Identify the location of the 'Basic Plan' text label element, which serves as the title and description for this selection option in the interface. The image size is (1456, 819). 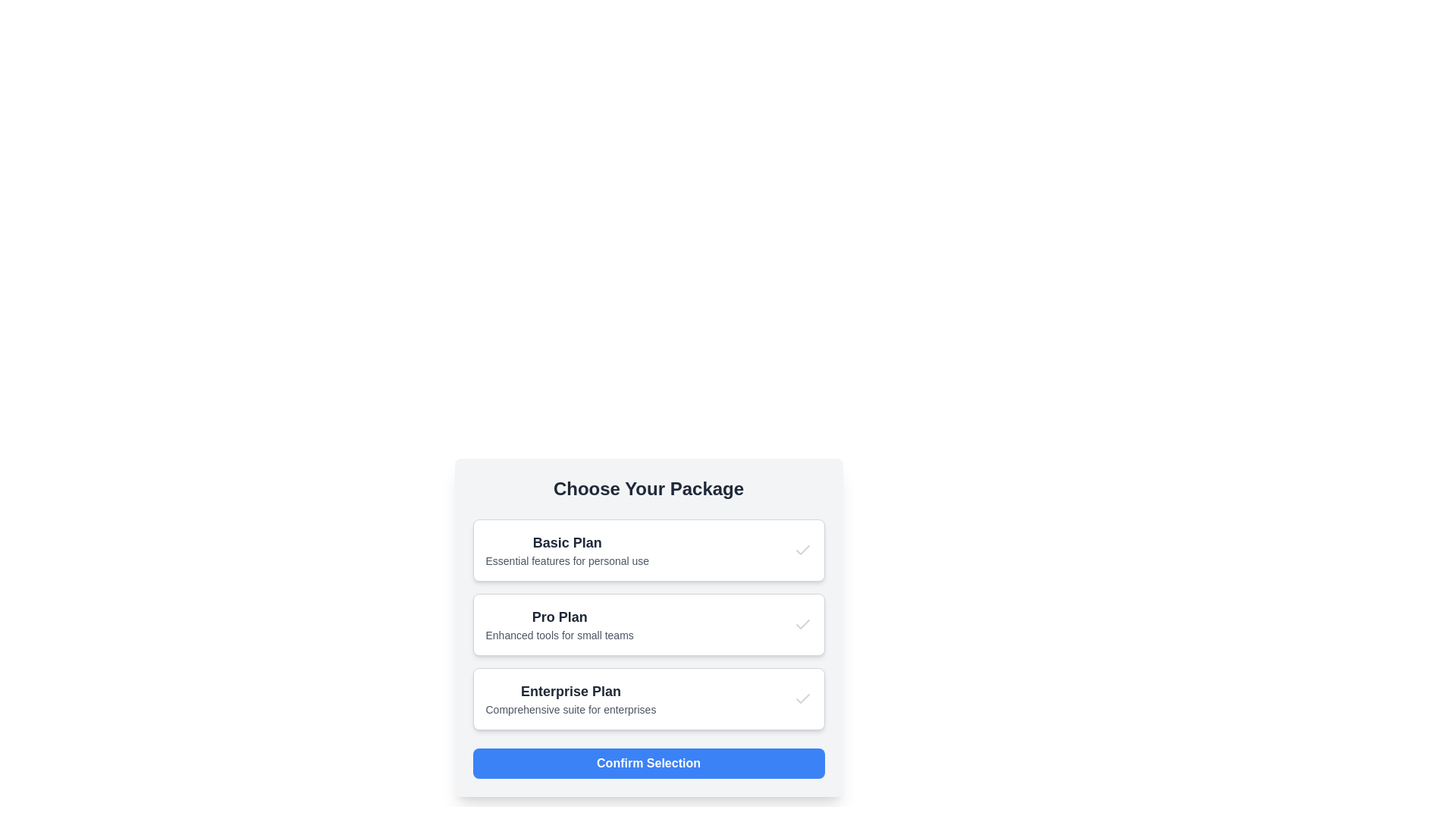
(566, 550).